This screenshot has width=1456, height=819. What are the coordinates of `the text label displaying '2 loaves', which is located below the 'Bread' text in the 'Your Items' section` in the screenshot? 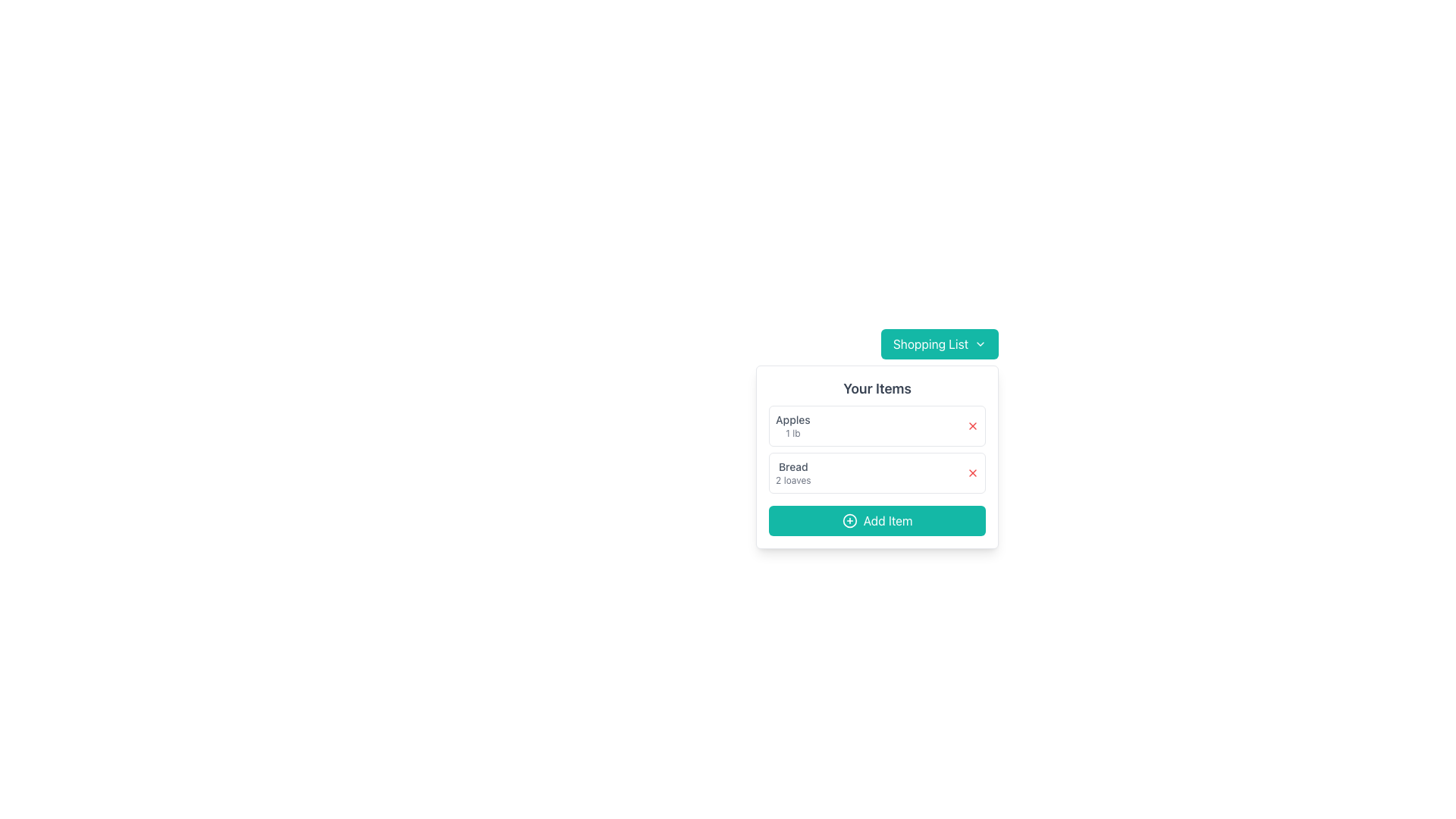 It's located at (792, 480).